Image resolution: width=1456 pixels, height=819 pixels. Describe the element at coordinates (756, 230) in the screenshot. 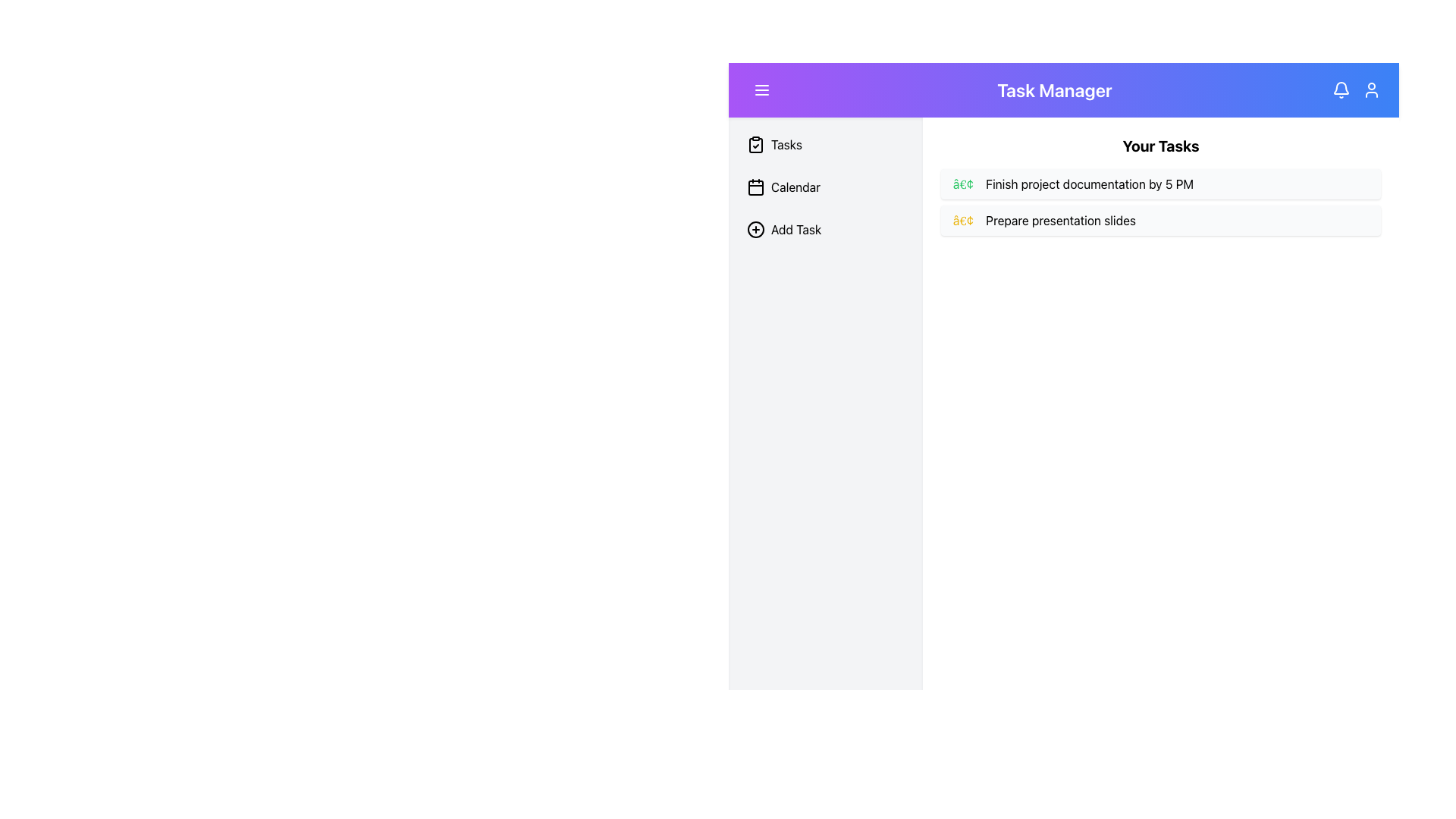

I see `the SVG Circle component, which is part of the plus icon in the vertical navigation bar, located near the 'Add Task' text` at that location.